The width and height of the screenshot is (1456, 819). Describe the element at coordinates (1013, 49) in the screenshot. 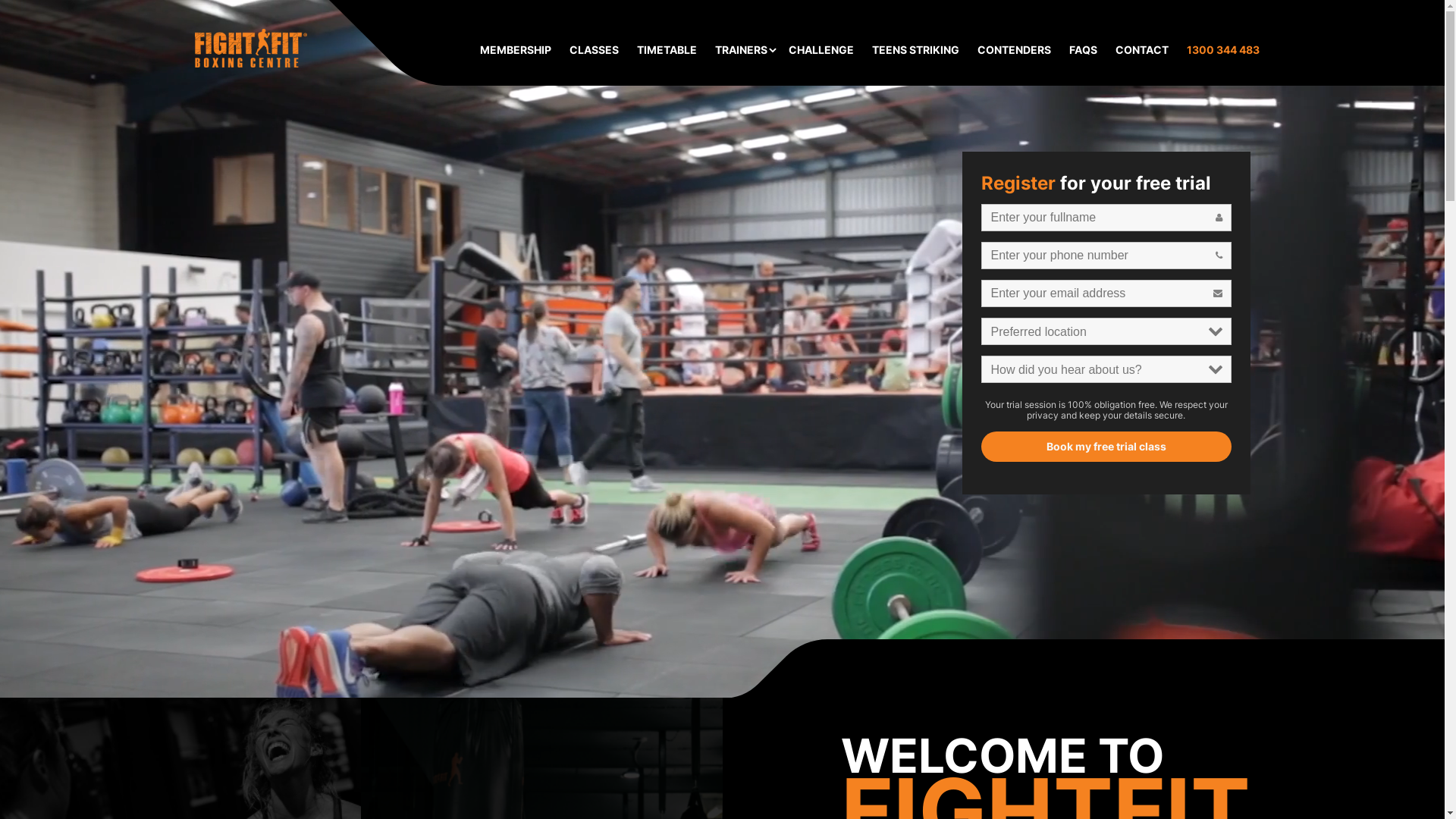

I see `'CONTENDERS'` at that location.